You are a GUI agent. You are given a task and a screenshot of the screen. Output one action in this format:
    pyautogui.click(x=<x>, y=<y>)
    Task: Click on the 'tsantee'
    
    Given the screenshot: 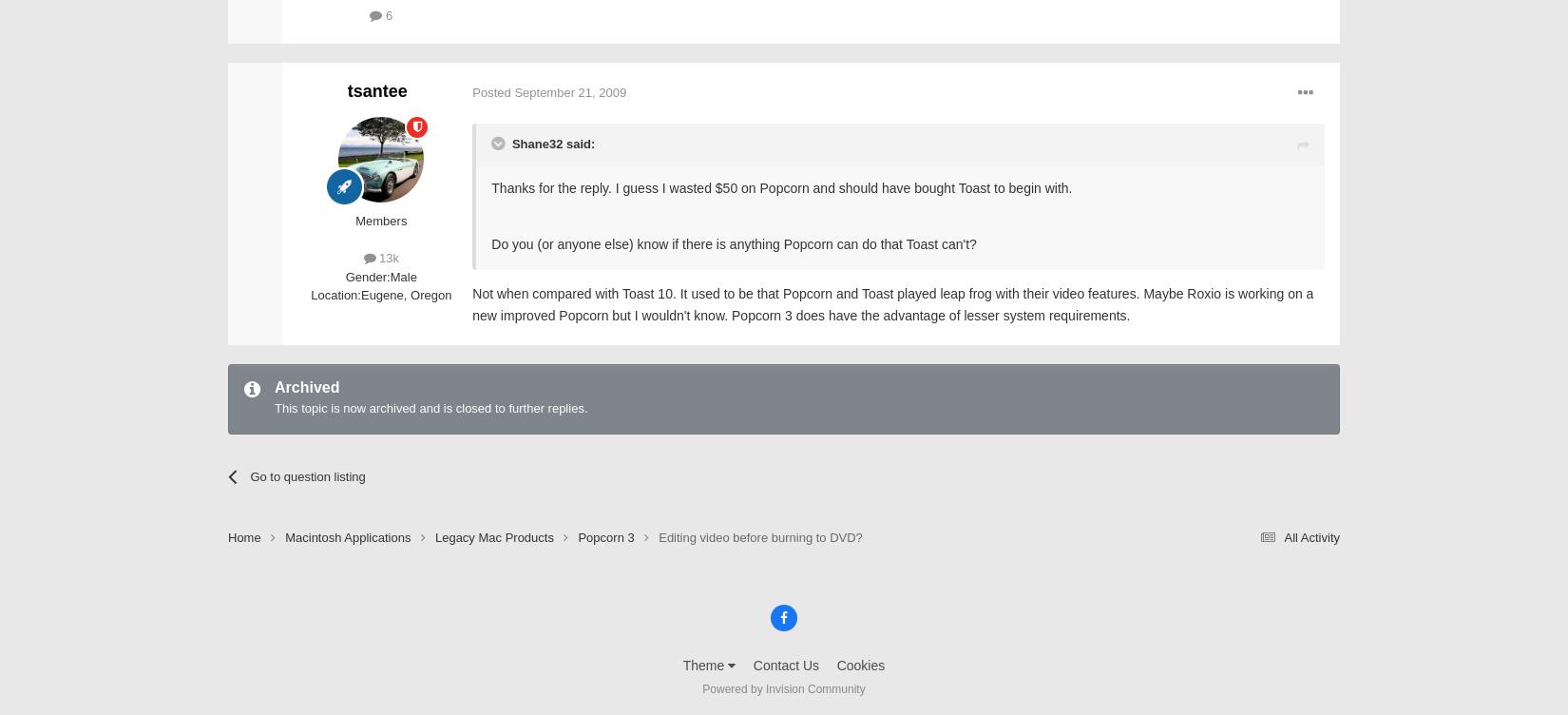 What is the action you would take?
    pyautogui.click(x=376, y=90)
    